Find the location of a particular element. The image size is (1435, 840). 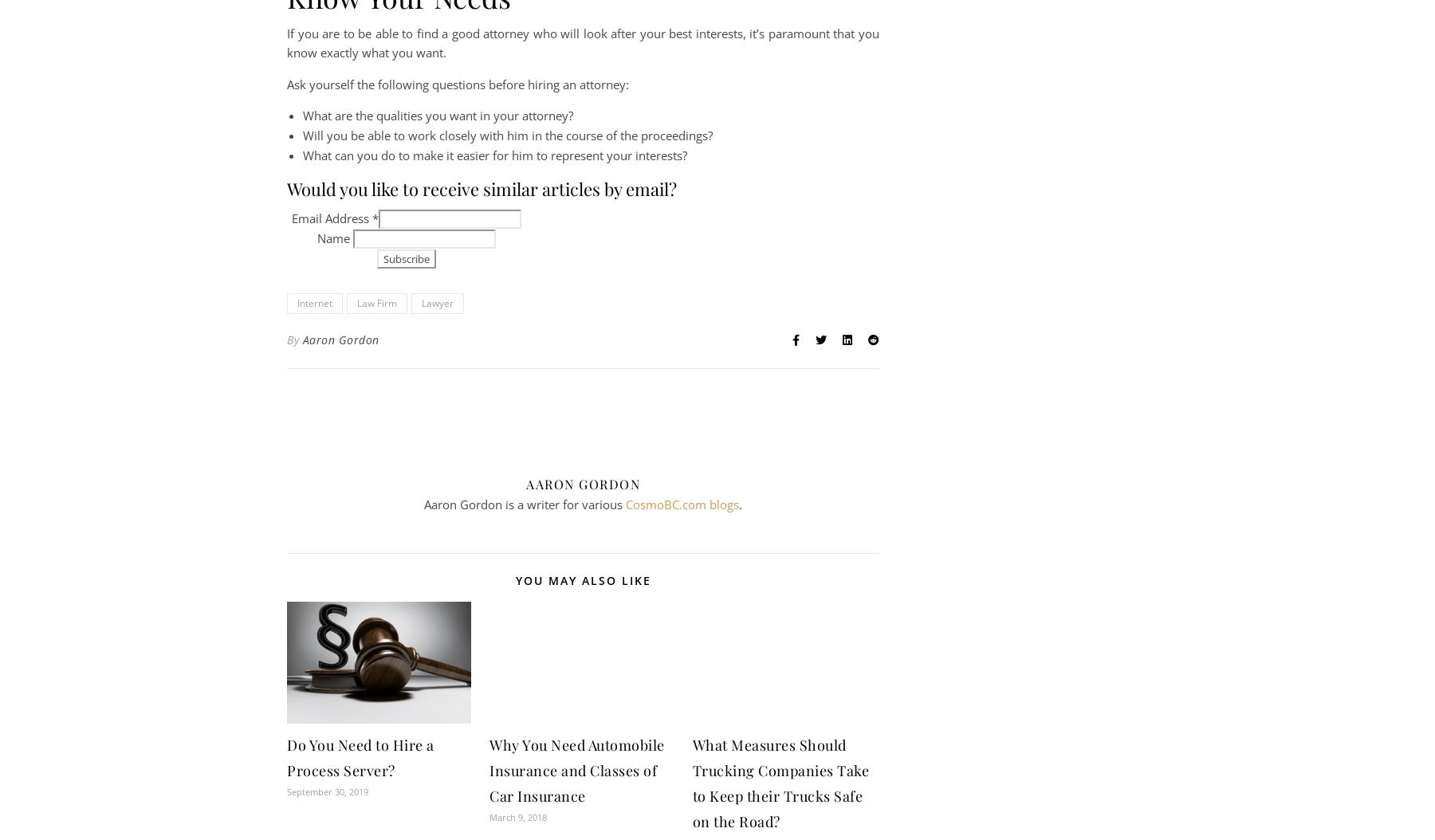

'By' is located at coordinates (294, 340).